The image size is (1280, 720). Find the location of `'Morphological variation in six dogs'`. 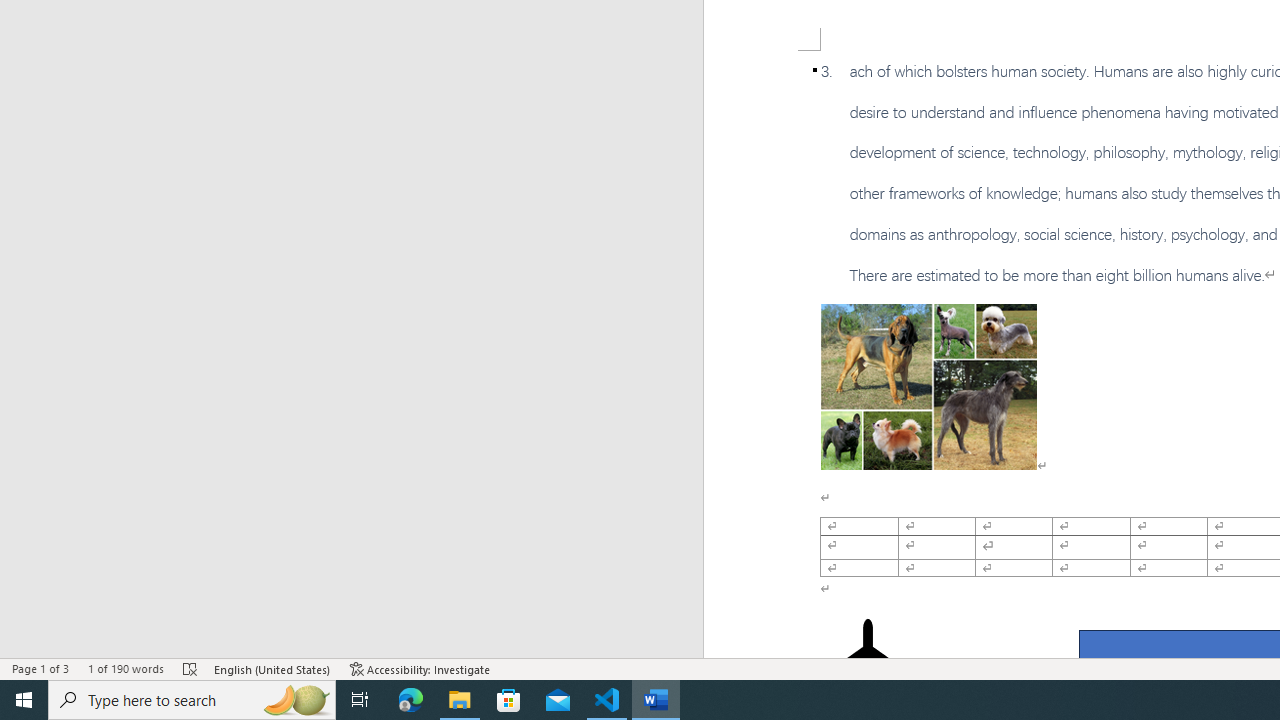

'Morphological variation in six dogs' is located at coordinates (927, 387).